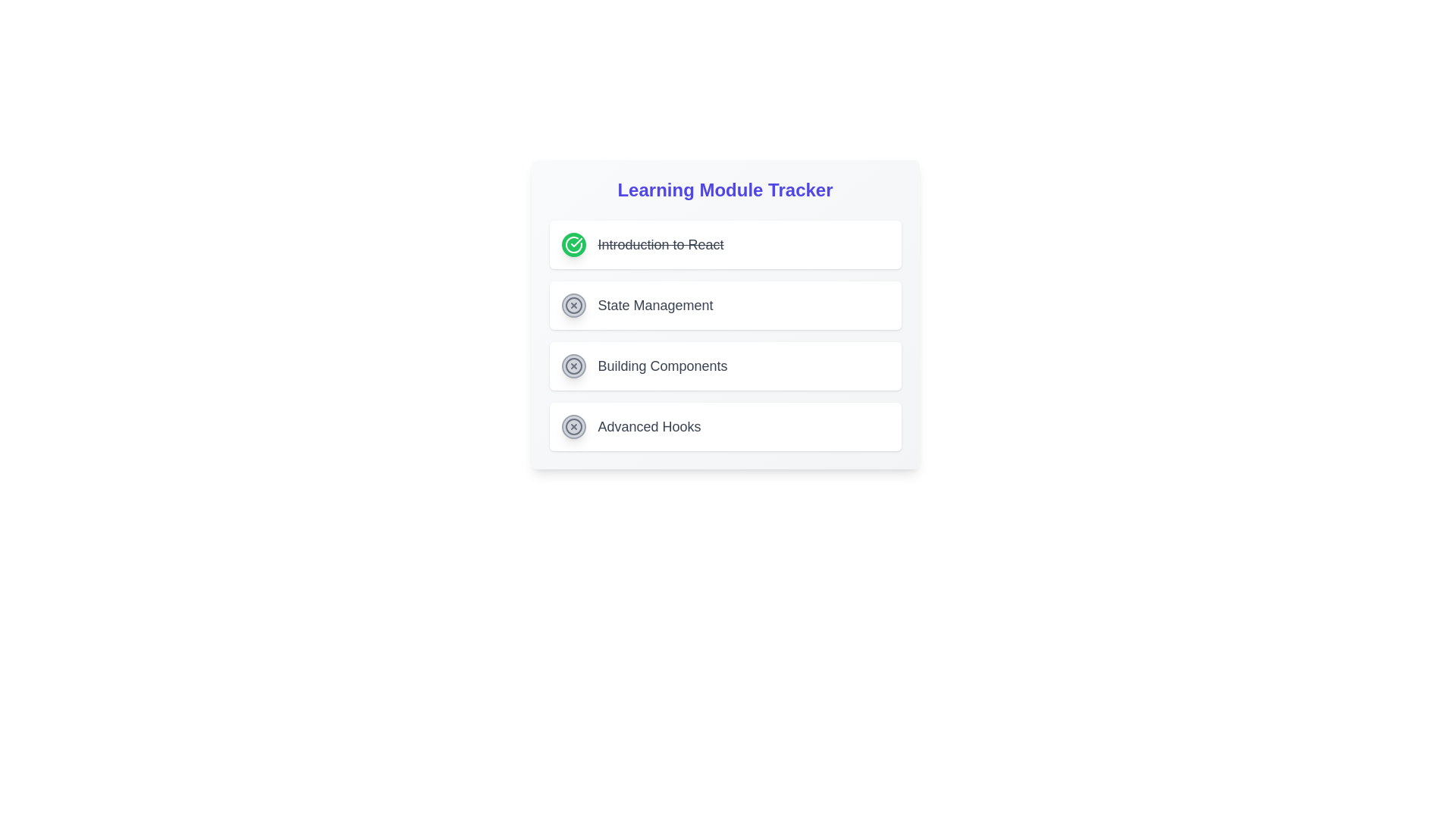 This screenshot has width=1456, height=819. Describe the element at coordinates (644, 366) in the screenshot. I see `text label 'Building Components' which is styled in medium font weight and gray color, located in the center-right region of a white card, adjacent to a circular graphical icon` at that location.